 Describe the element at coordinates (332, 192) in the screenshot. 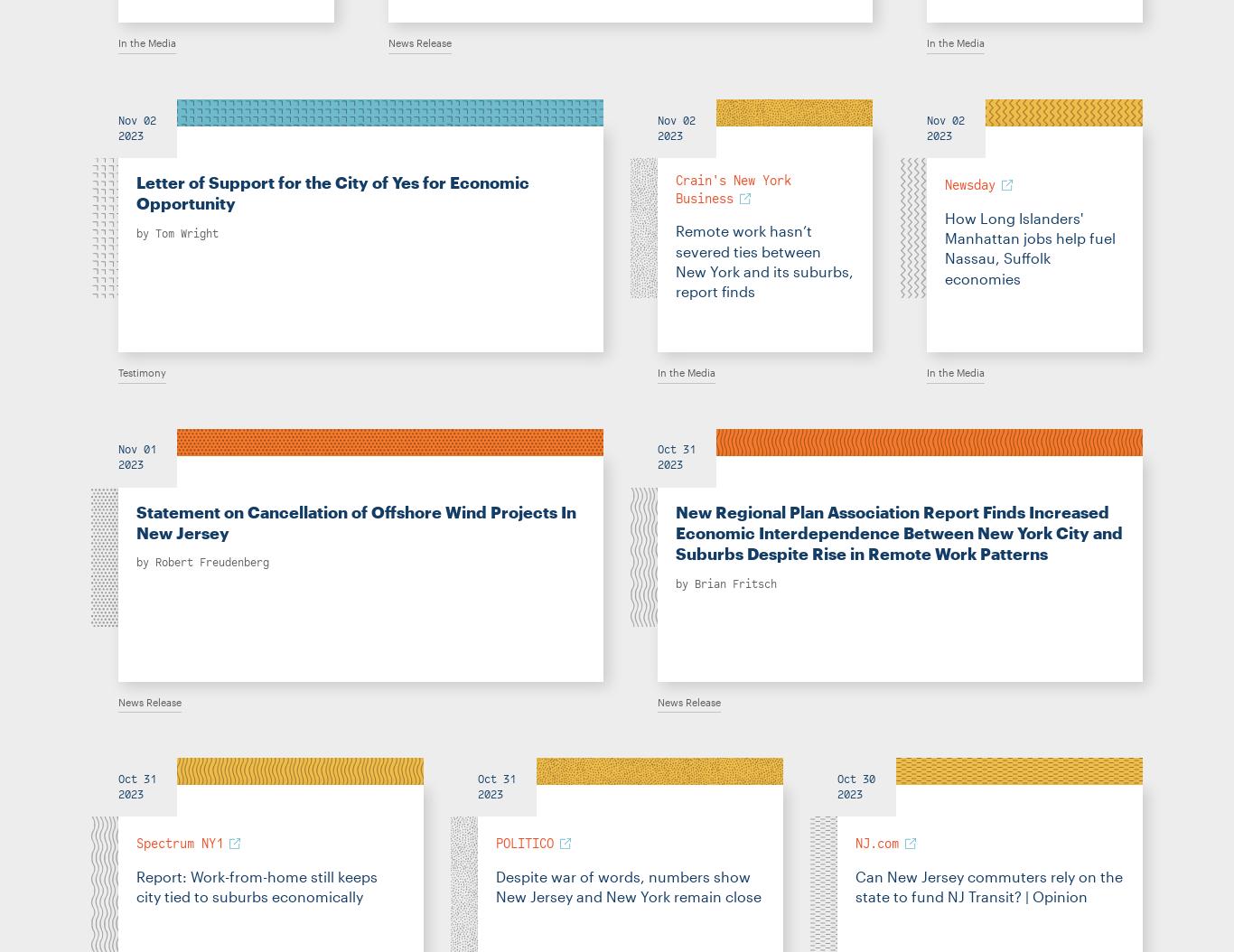

I see `'Letter of Support for the City of Yes for Economic Opportunity'` at that location.